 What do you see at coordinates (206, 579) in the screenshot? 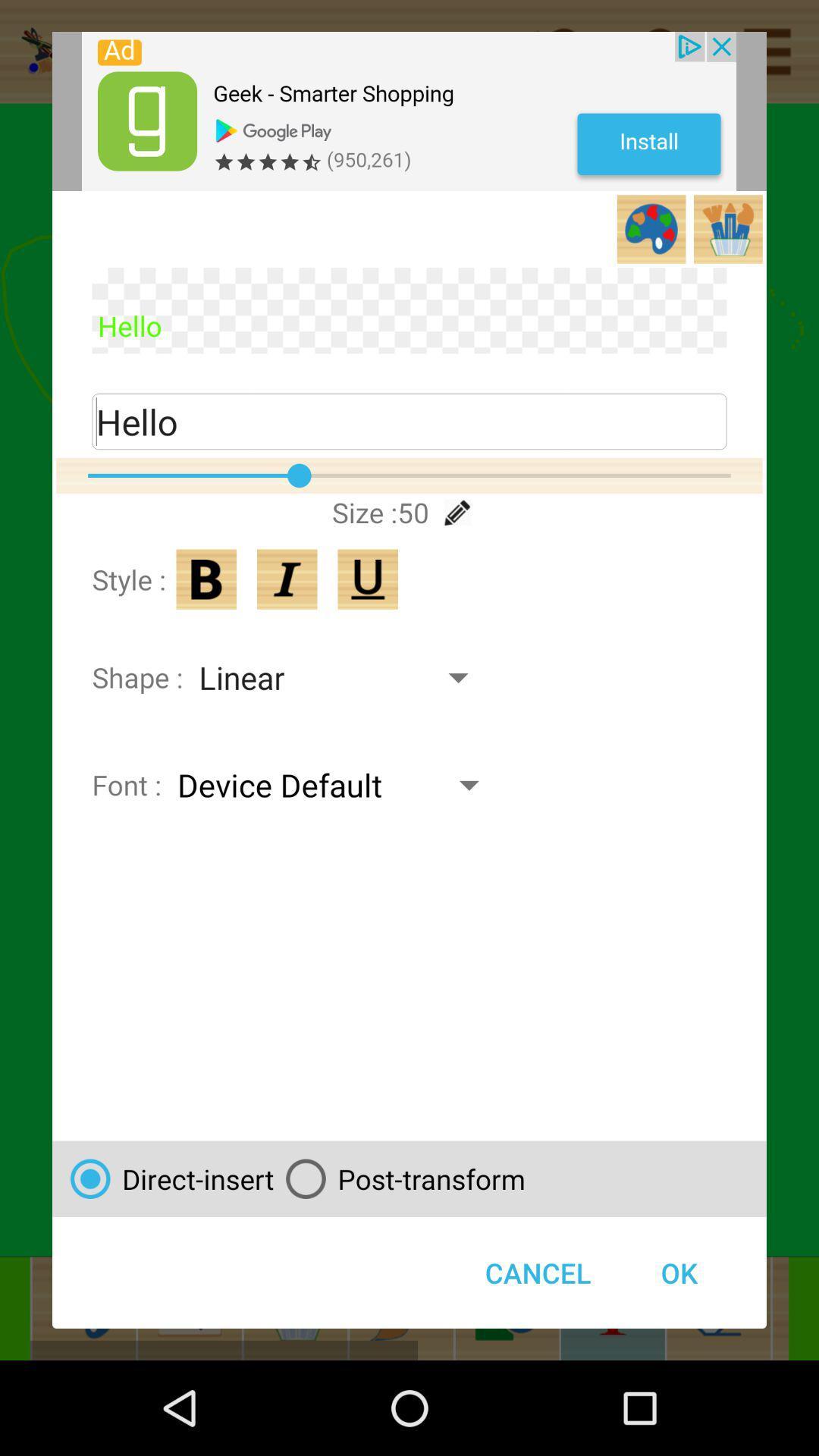
I see `bold` at bounding box center [206, 579].